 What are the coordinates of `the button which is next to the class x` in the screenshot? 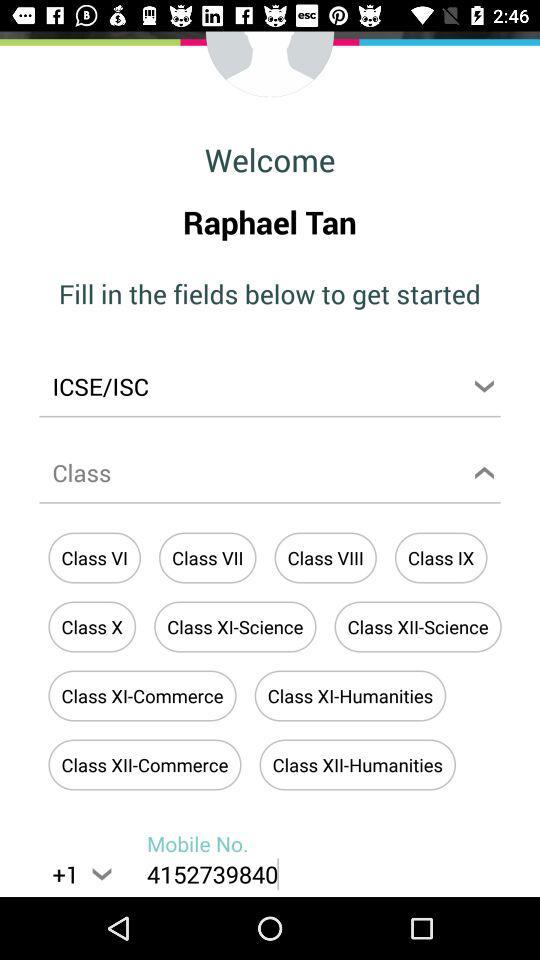 It's located at (234, 626).